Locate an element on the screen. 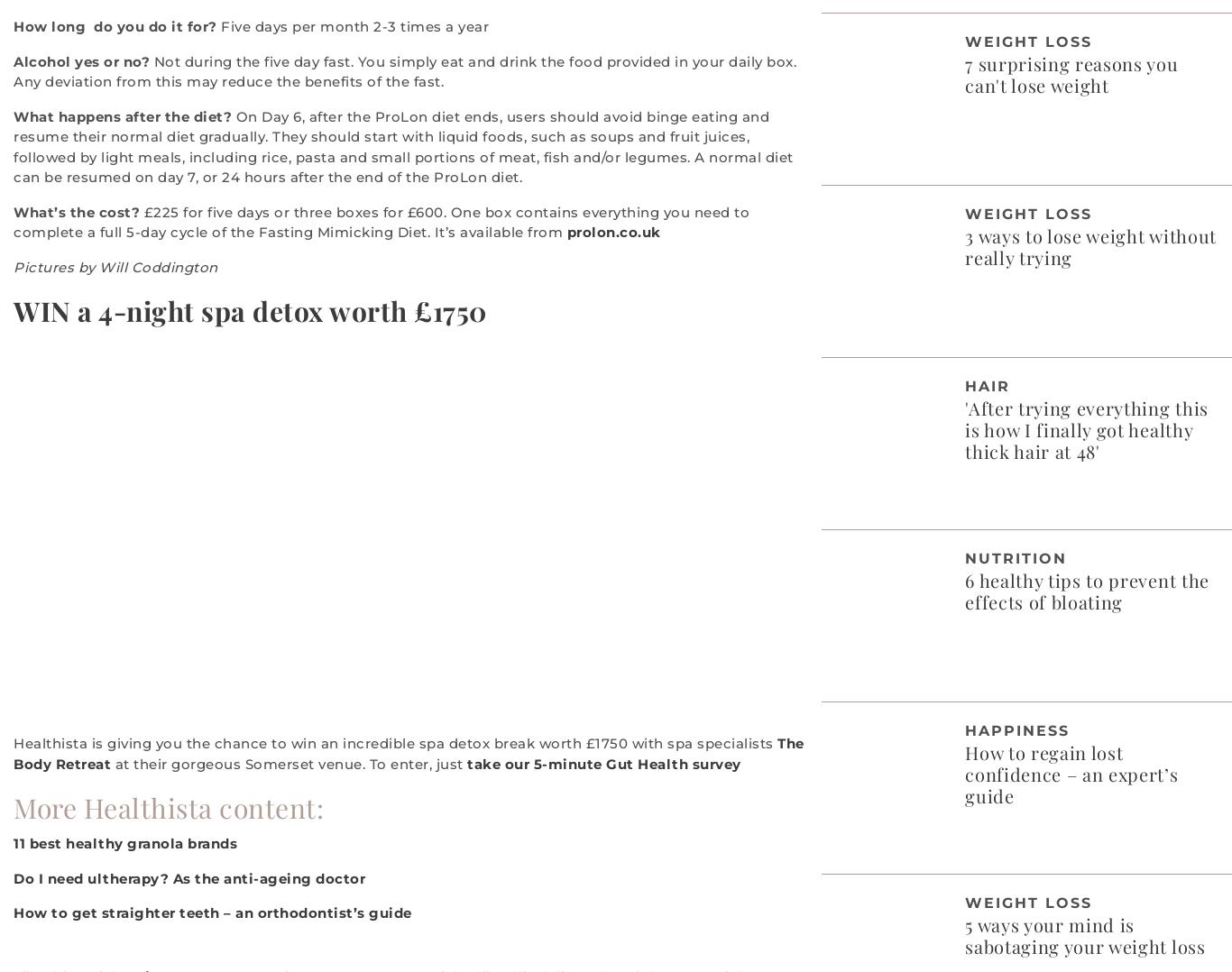 The width and height of the screenshot is (1232, 972). 'Alcohol yes or no?' is located at coordinates (81, 60).